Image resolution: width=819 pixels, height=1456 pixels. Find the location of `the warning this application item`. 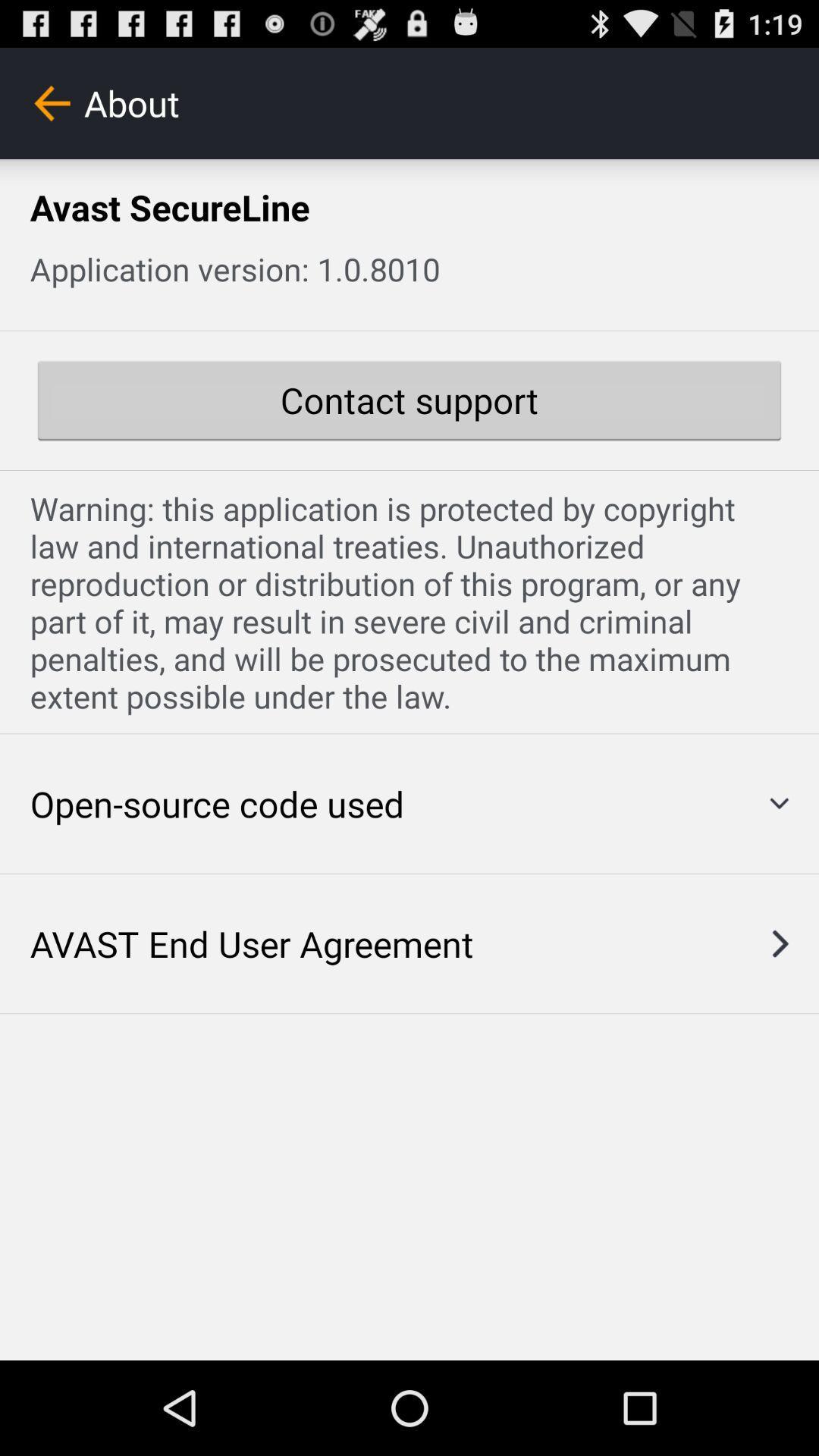

the warning this application item is located at coordinates (409, 601).